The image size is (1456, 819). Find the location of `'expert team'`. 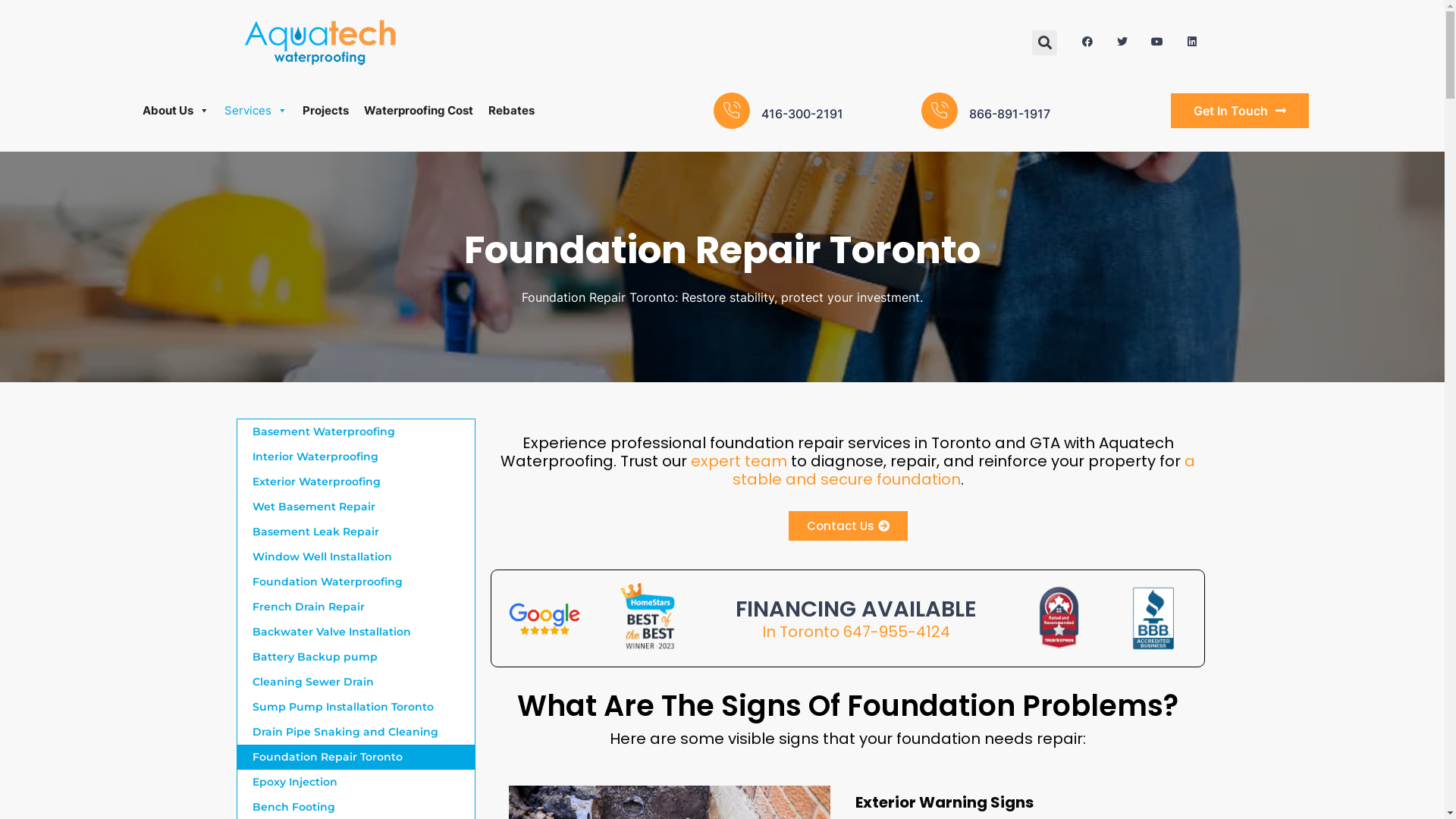

'expert team' is located at coordinates (690, 460).